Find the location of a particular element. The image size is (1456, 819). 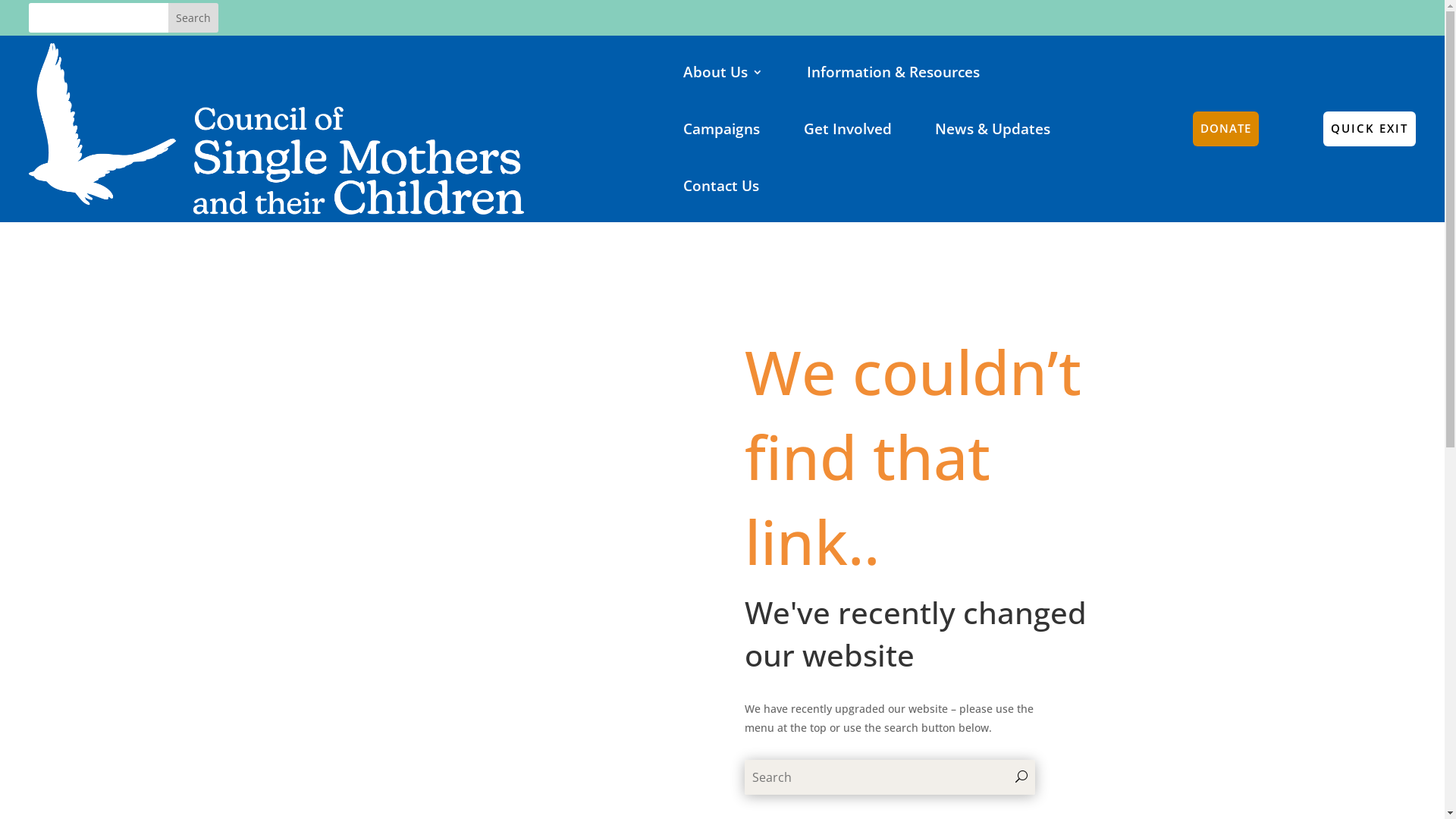

'Get Involved' is located at coordinates (847, 127).